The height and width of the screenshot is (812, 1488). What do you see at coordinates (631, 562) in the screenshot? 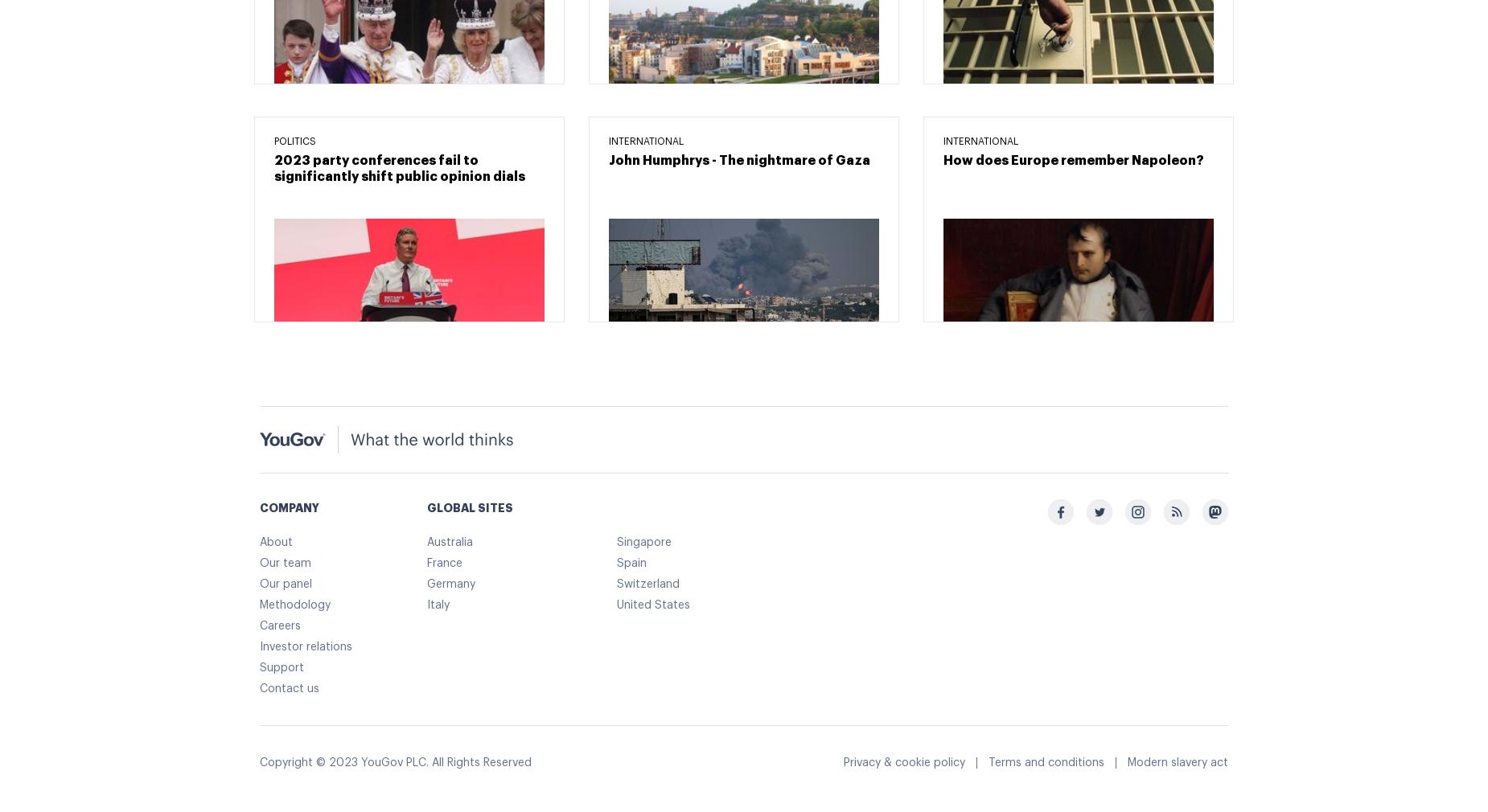
I see `'Spain'` at bounding box center [631, 562].